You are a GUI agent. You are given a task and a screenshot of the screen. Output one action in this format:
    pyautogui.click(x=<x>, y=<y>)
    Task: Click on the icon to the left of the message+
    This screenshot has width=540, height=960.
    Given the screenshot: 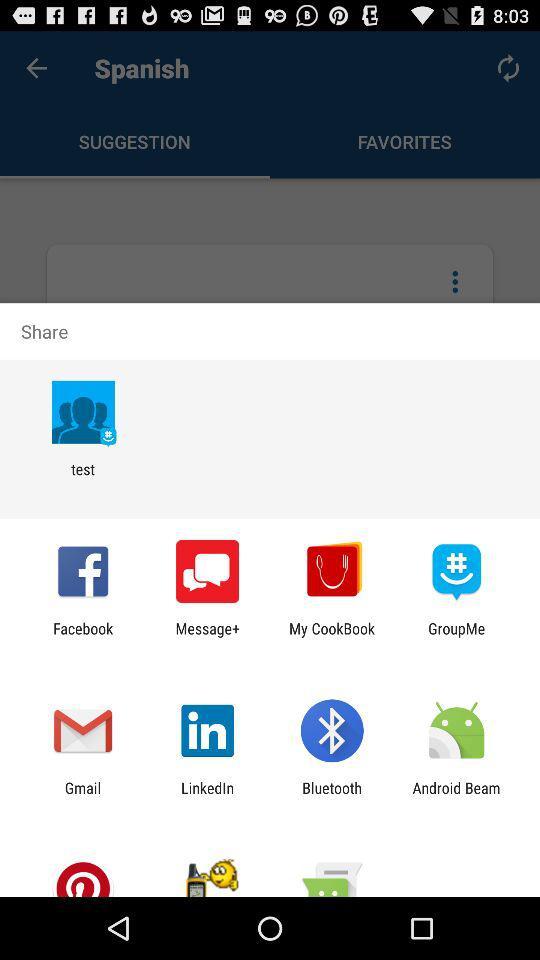 What is the action you would take?
    pyautogui.click(x=82, y=636)
    